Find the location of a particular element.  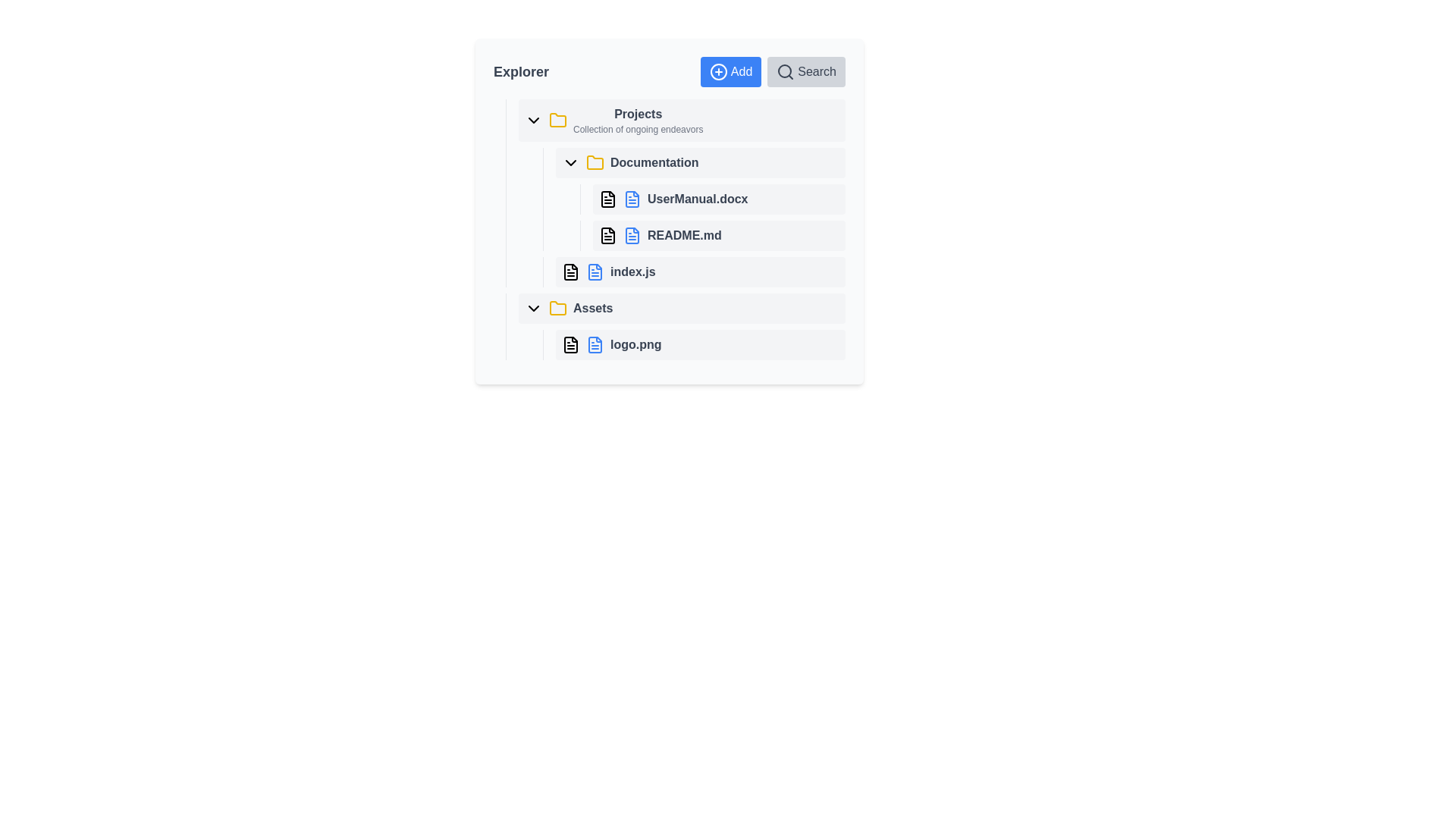

the blue file document icon adjacent to the label 'index.js' is located at coordinates (595, 271).